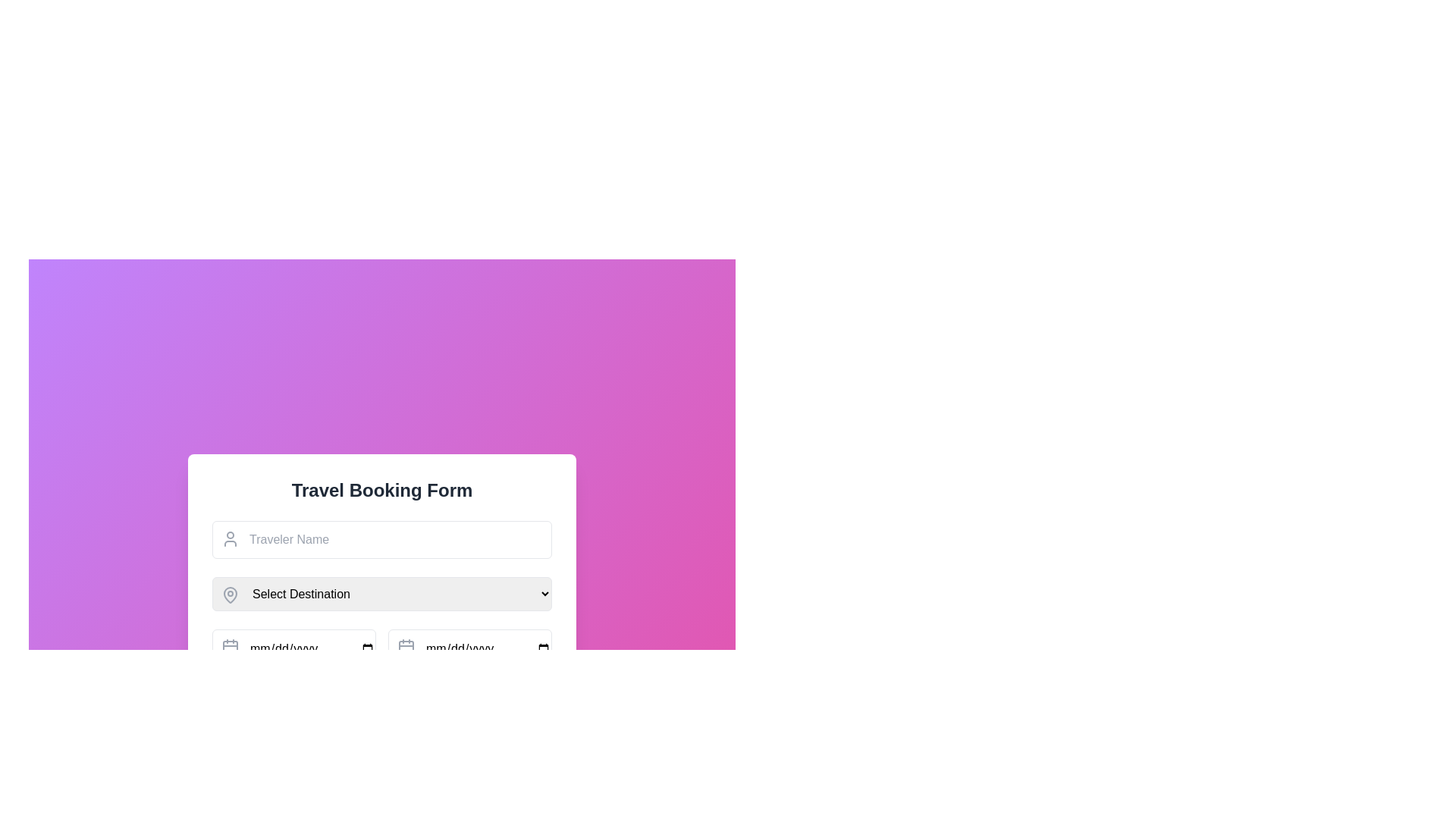 The image size is (1456, 819). What do you see at coordinates (294, 648) in the screenshot?
I see `the Date Input Field located below the 'Select Destination' dropdown` at bounding box center [294, 648].